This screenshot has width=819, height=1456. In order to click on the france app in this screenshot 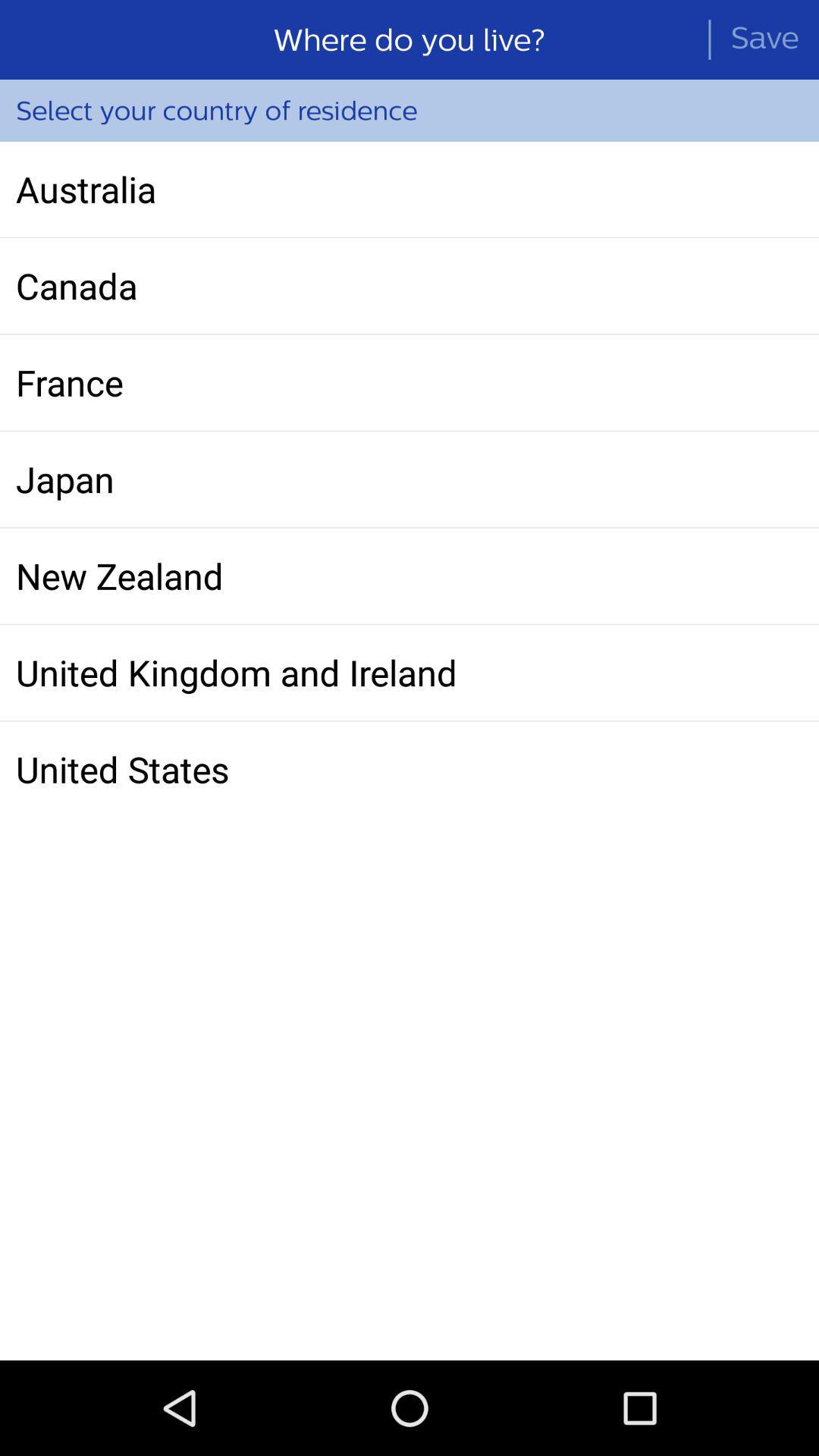, I will do `click(409, 382)`.